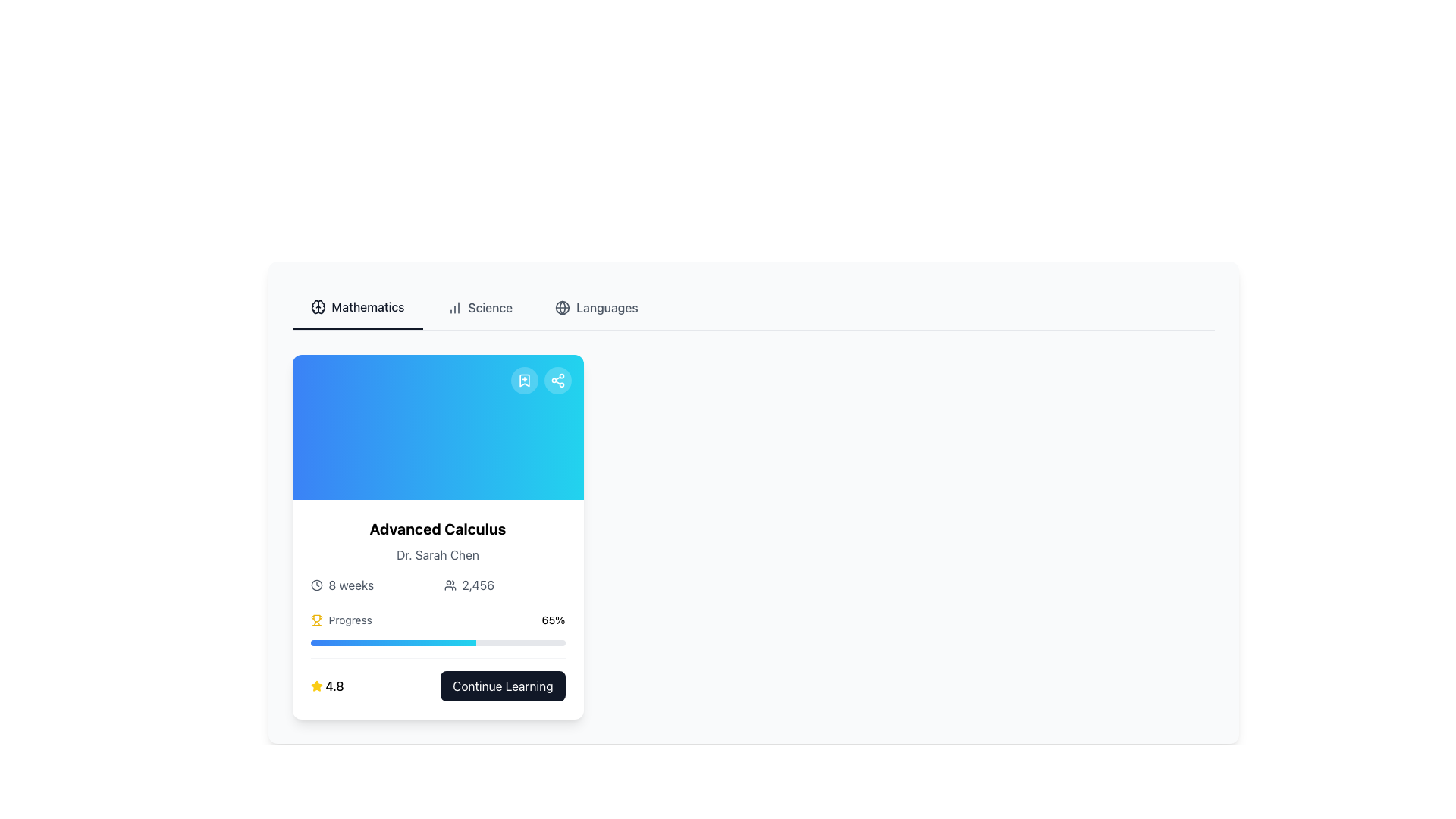 The image size is (1456, 819). I want to click on the 'Continue Learning' button, which is a rectangular button with white text on a dark background, located at the bottom-right corner of a card layout, so click(503, 686).